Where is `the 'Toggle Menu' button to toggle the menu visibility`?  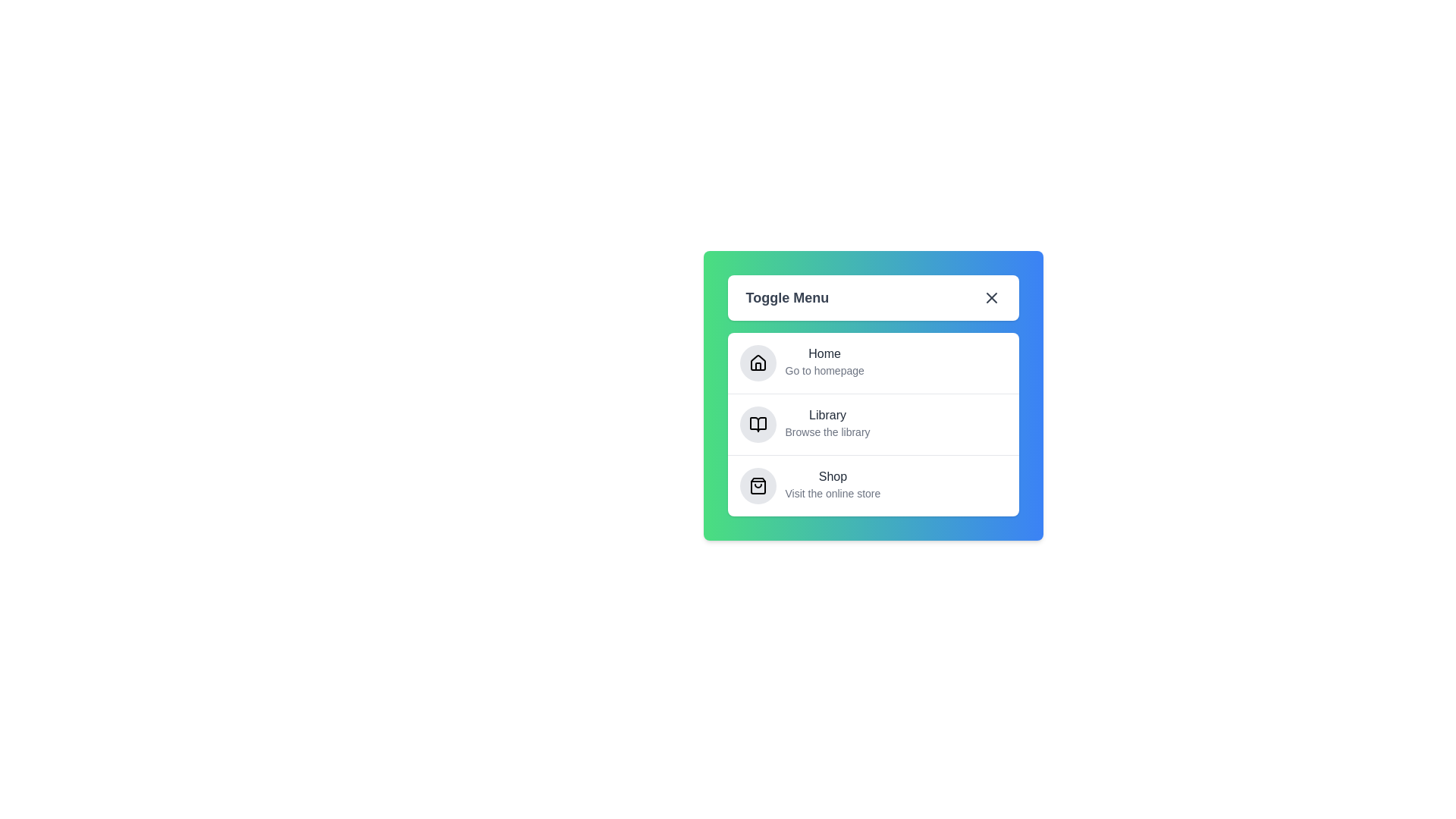
the 'Toggle Menu' button to toggle the menu visibility is located at coordinates (873, 298).